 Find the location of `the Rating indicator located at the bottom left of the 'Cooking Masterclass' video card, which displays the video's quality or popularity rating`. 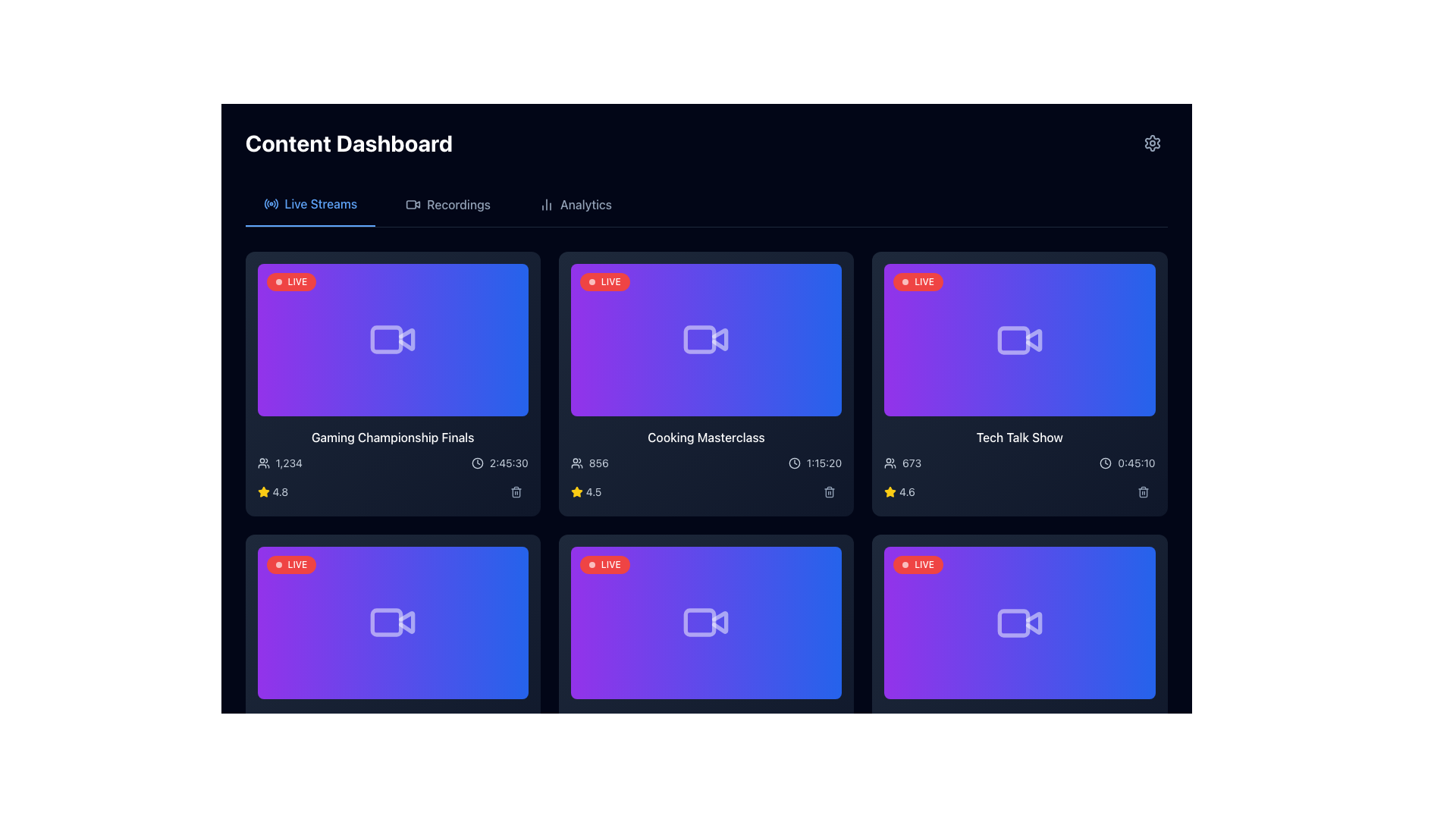

the Rating indicator located at the bottom left of the 'Cooking Masterclass' video card, which displays the video's quality or popularity rating is located at coordinates (585, 491).